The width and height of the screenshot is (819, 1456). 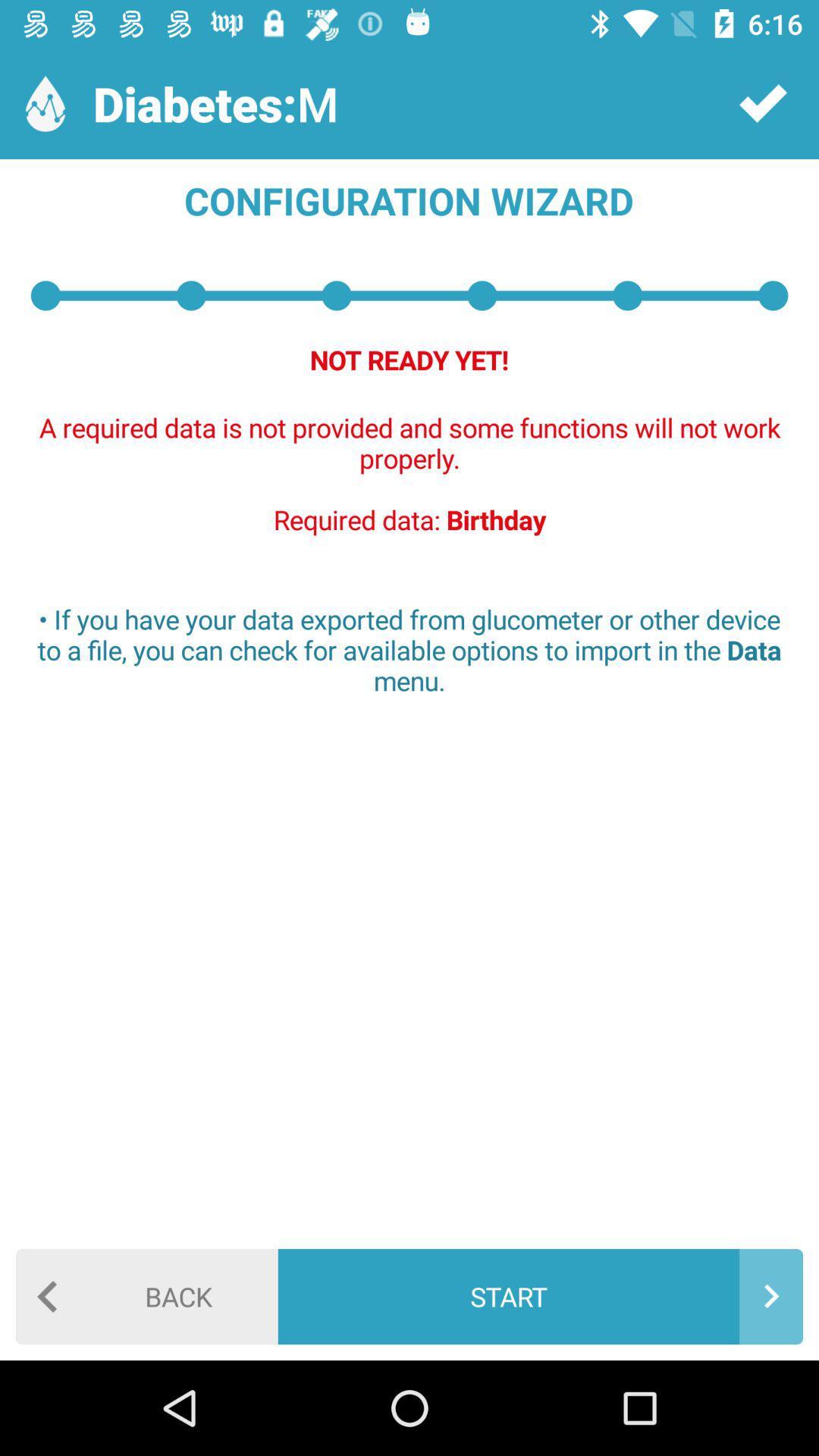 What do you see at coordinates (146, 1295) in the screenshot?
I see `the back` at bounding box center [146, 1295].